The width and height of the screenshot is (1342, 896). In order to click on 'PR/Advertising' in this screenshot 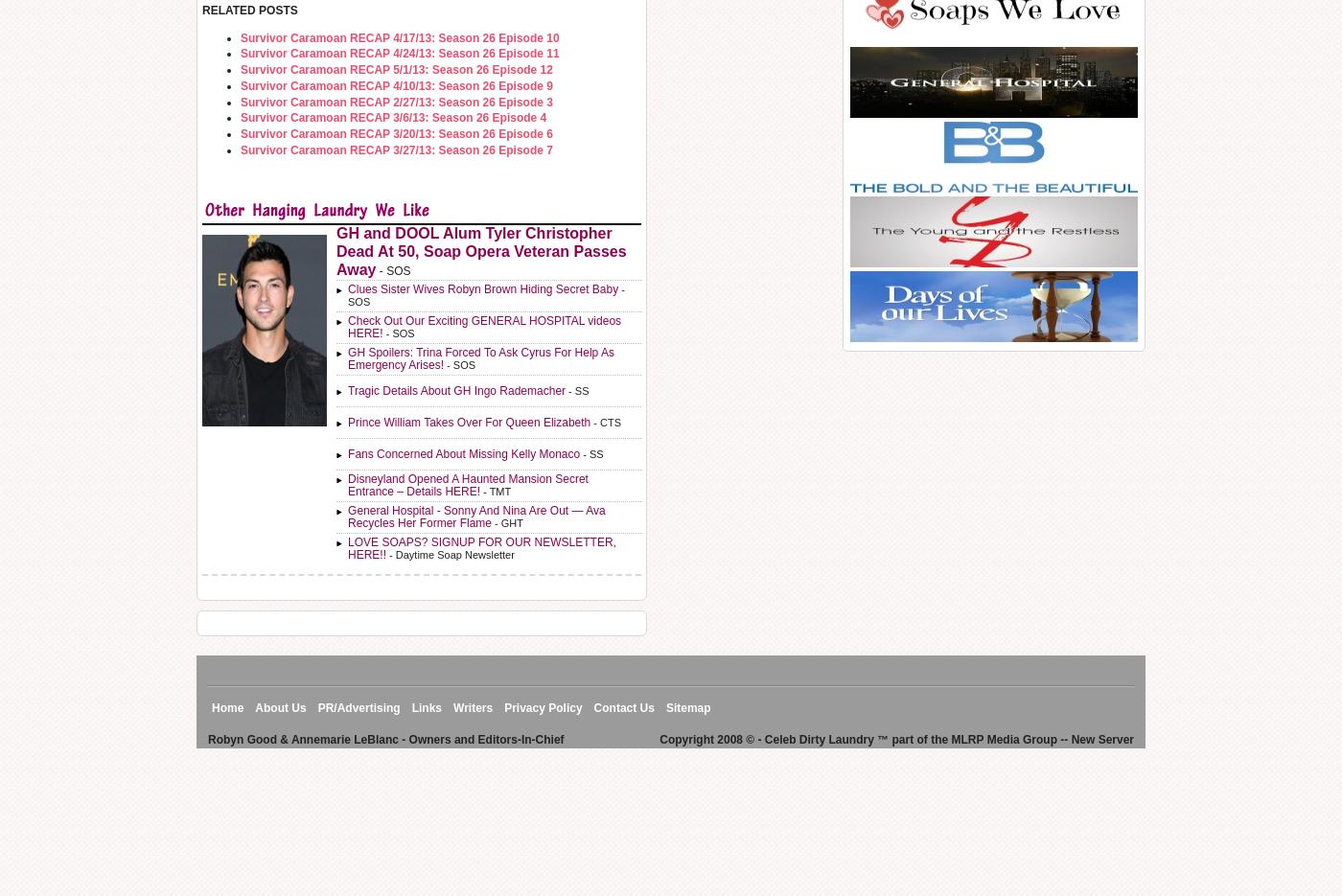, I will do `click(357, 708)`.